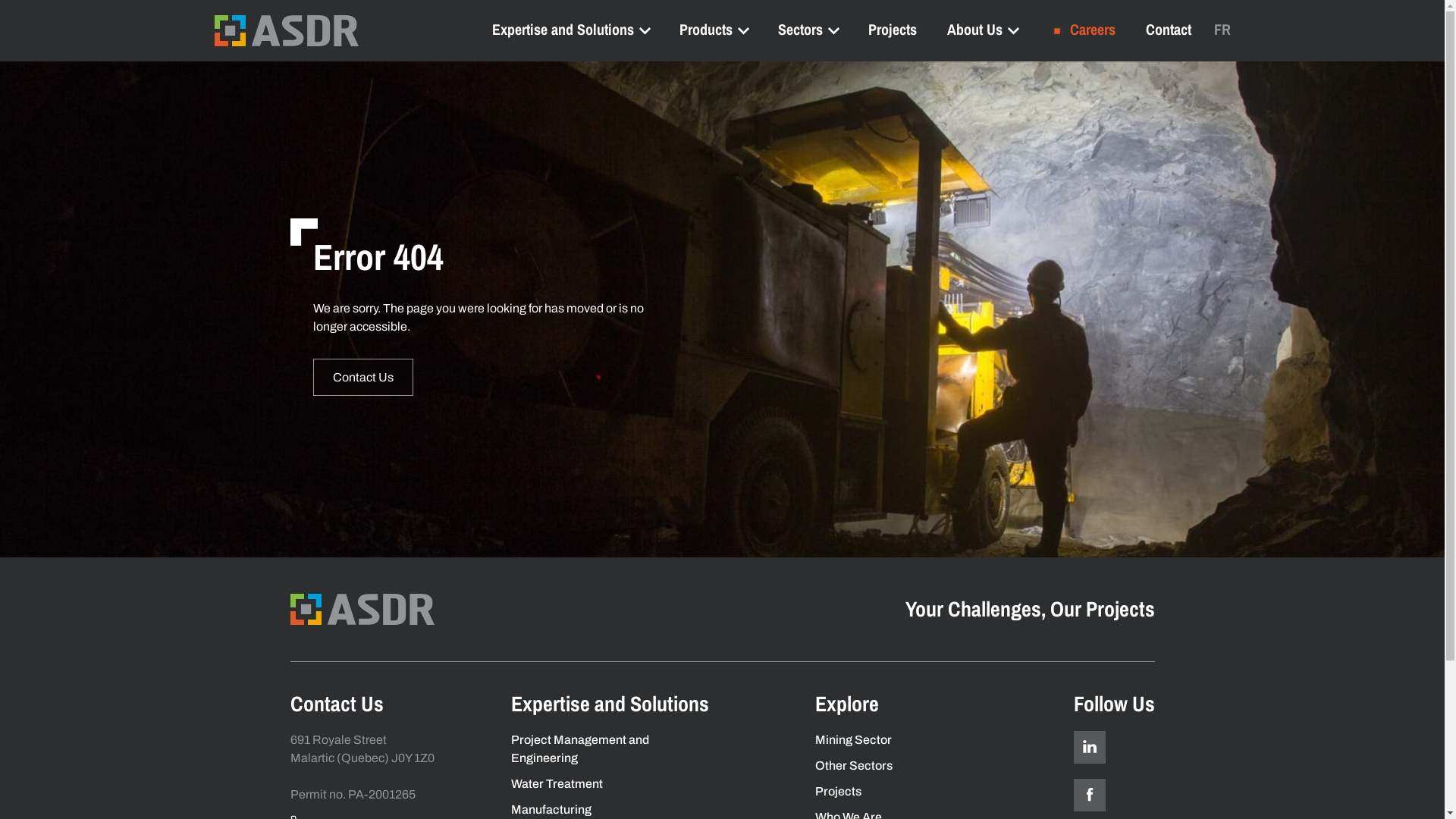 The height and width of the screenshot is (819, 1456). What do you see at coordinates (852, 739) in the screenshot?
I see `'Mining Sector'` at bounding box center [852, 739].